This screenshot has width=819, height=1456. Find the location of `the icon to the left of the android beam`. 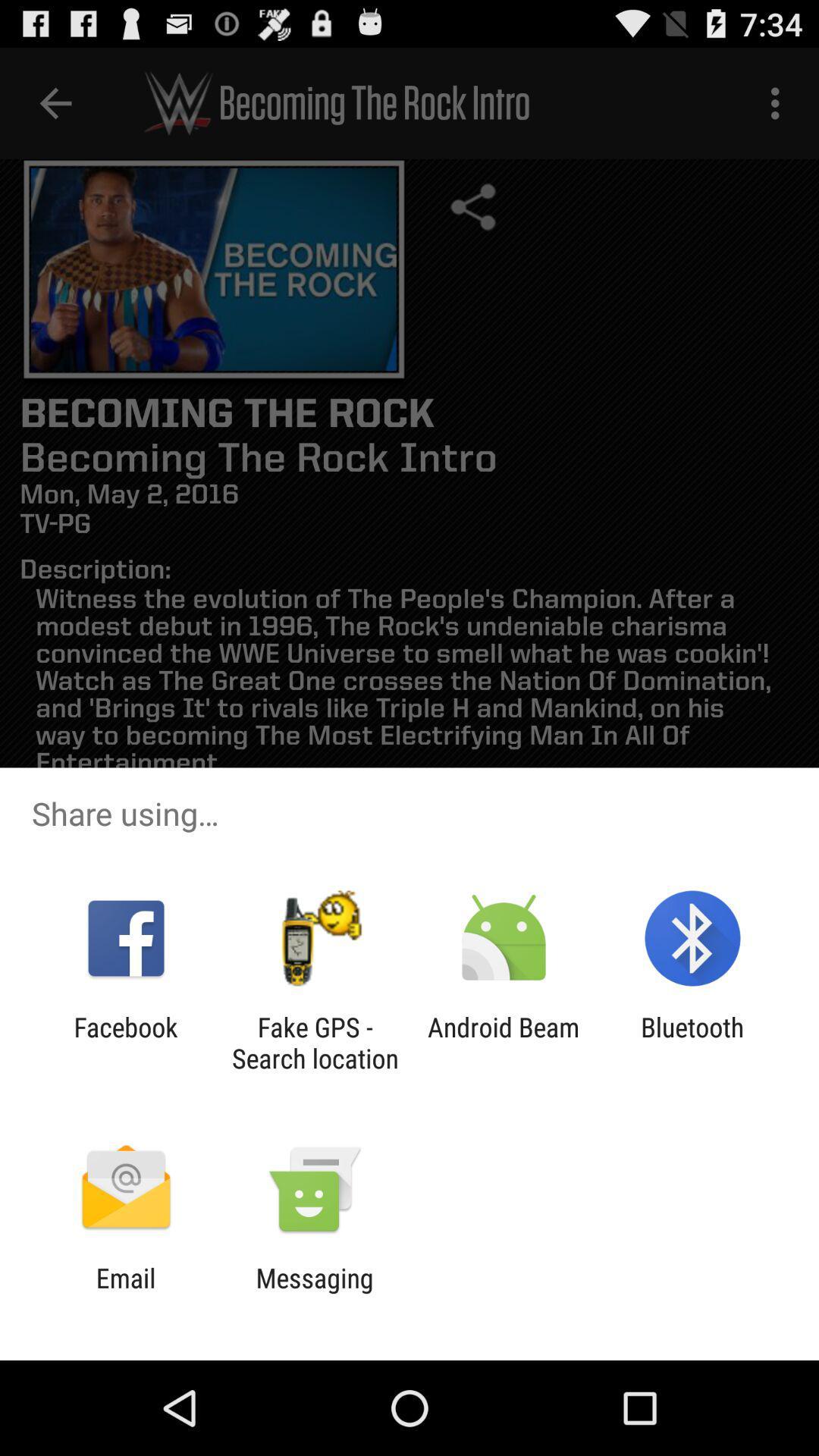

the icon to the left of the android beam is located at coordinates (314, 1042).